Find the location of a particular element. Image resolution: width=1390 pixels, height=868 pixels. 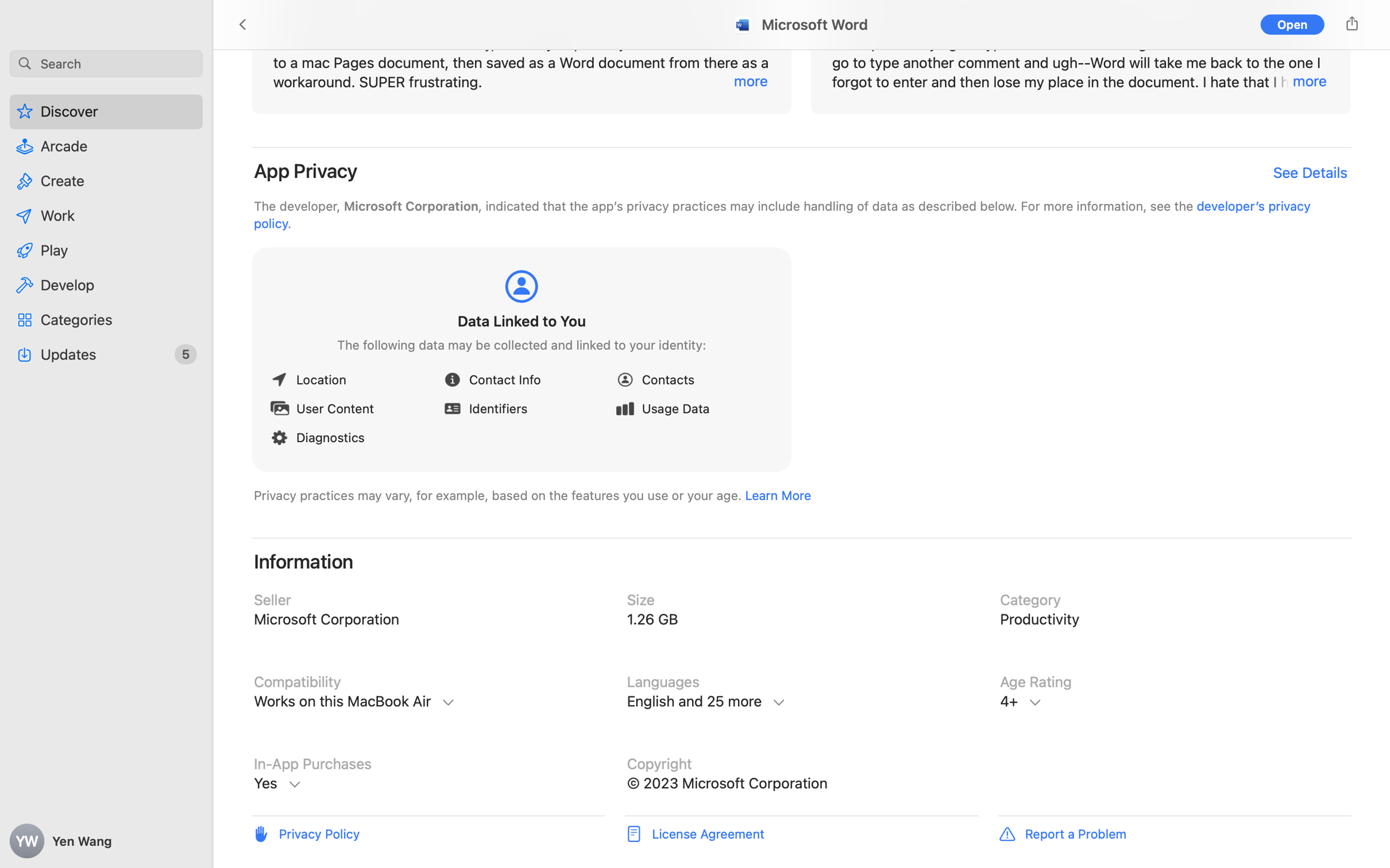

'Seller, Microsoft Corporation' is located at coordinates (427, 619).